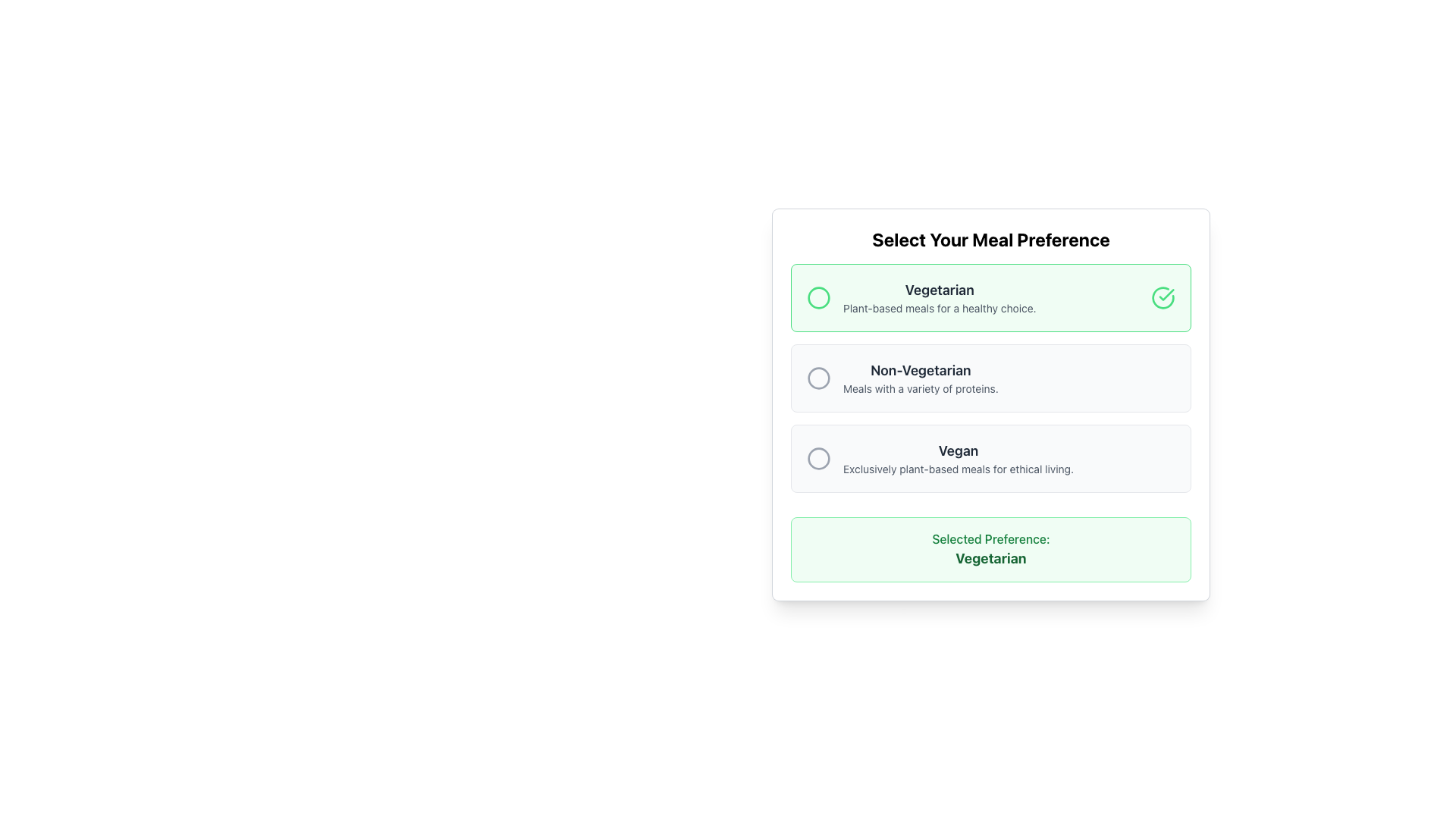  I want to click on the 'Vegetarian' text label, which is styled with a bold green font and located in the 'Selected Preference' section of the interface, so click(990, 558).